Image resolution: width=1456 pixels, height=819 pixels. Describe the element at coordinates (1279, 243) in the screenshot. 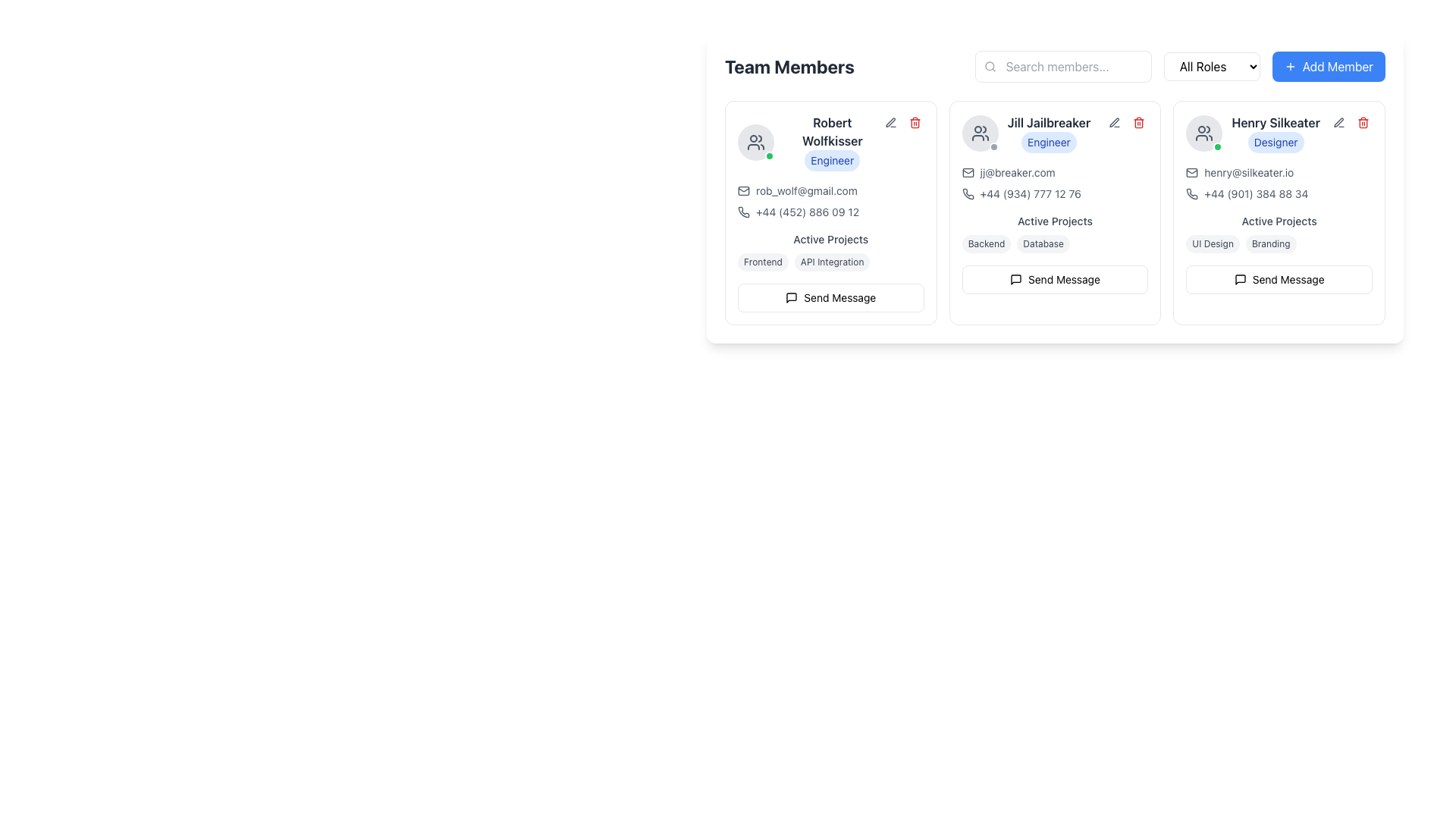

I see `the Label group located in the Active Projects section of Henry Silkeater's card, which displays current projects or skills` at that location.